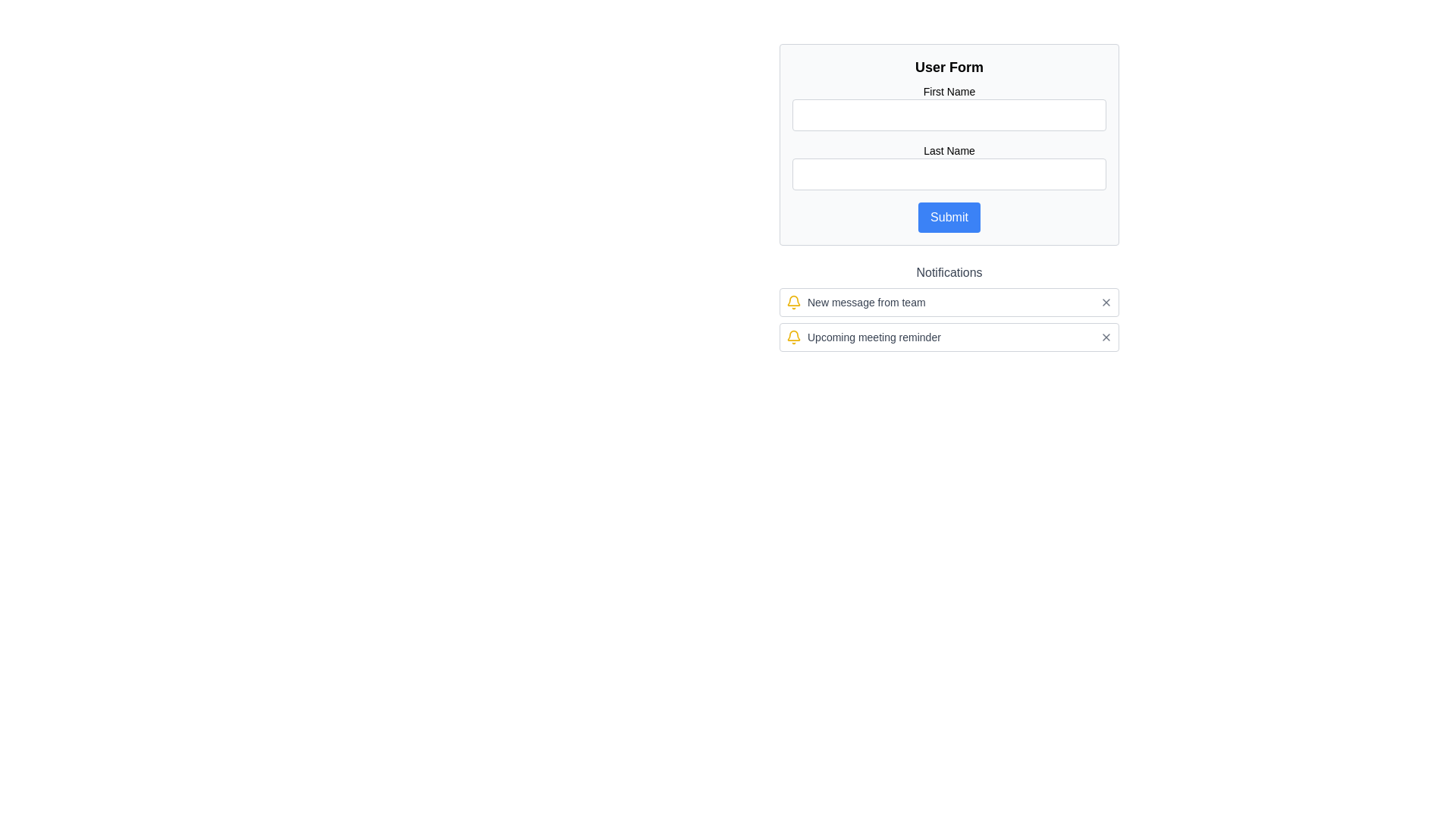 The height and width of the screenshot is (819, 1456). I want to click on the submit button located in the 'User Form', which is positioned centrally below the 'First Name' and 'Last Name' input fields, so click(949, 217).